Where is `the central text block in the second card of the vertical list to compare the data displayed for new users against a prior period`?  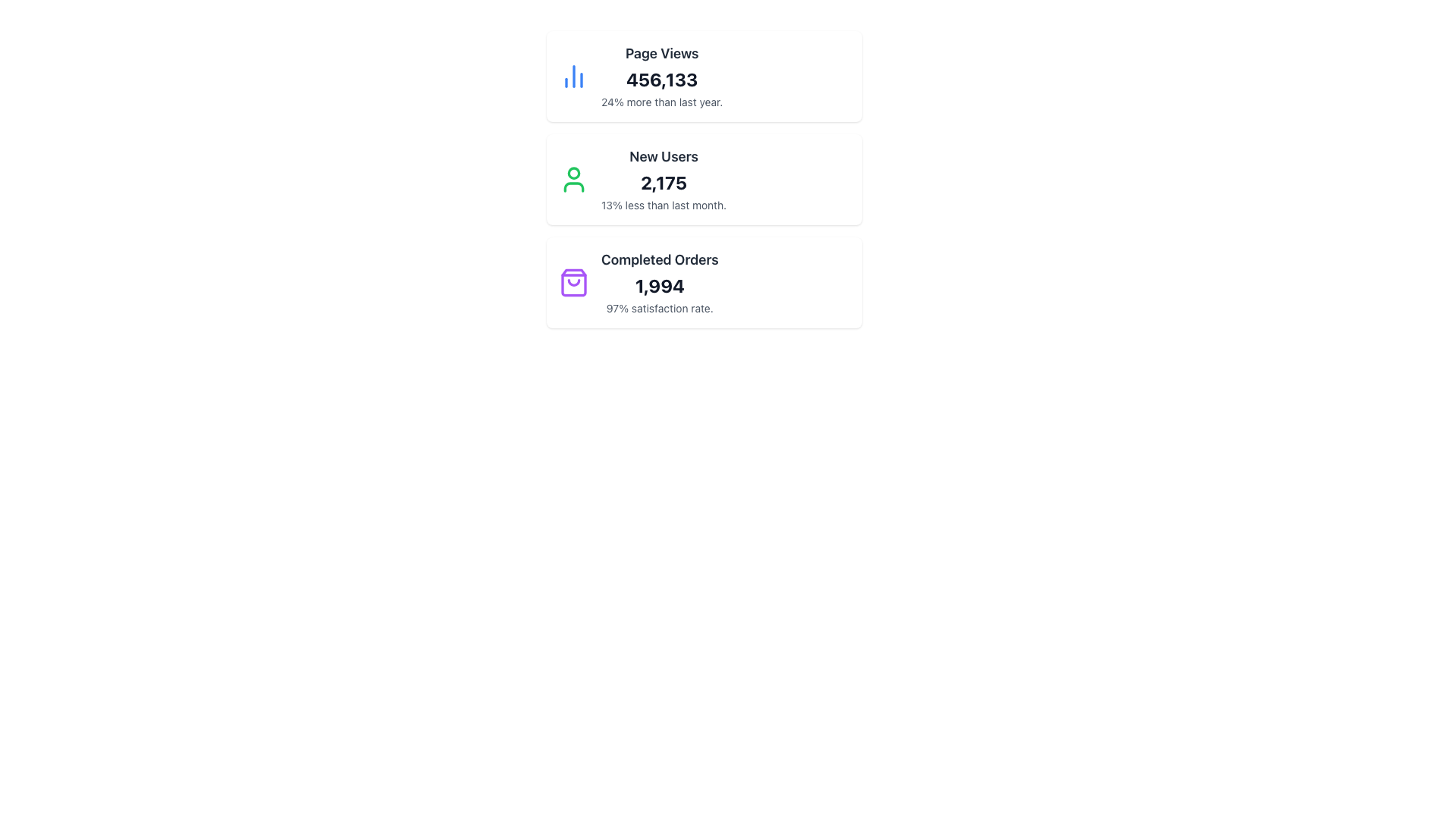
the central text block in the second card of the vertical list to compare the data displayed for new users against a prior period is located at coordinates (664, 178).